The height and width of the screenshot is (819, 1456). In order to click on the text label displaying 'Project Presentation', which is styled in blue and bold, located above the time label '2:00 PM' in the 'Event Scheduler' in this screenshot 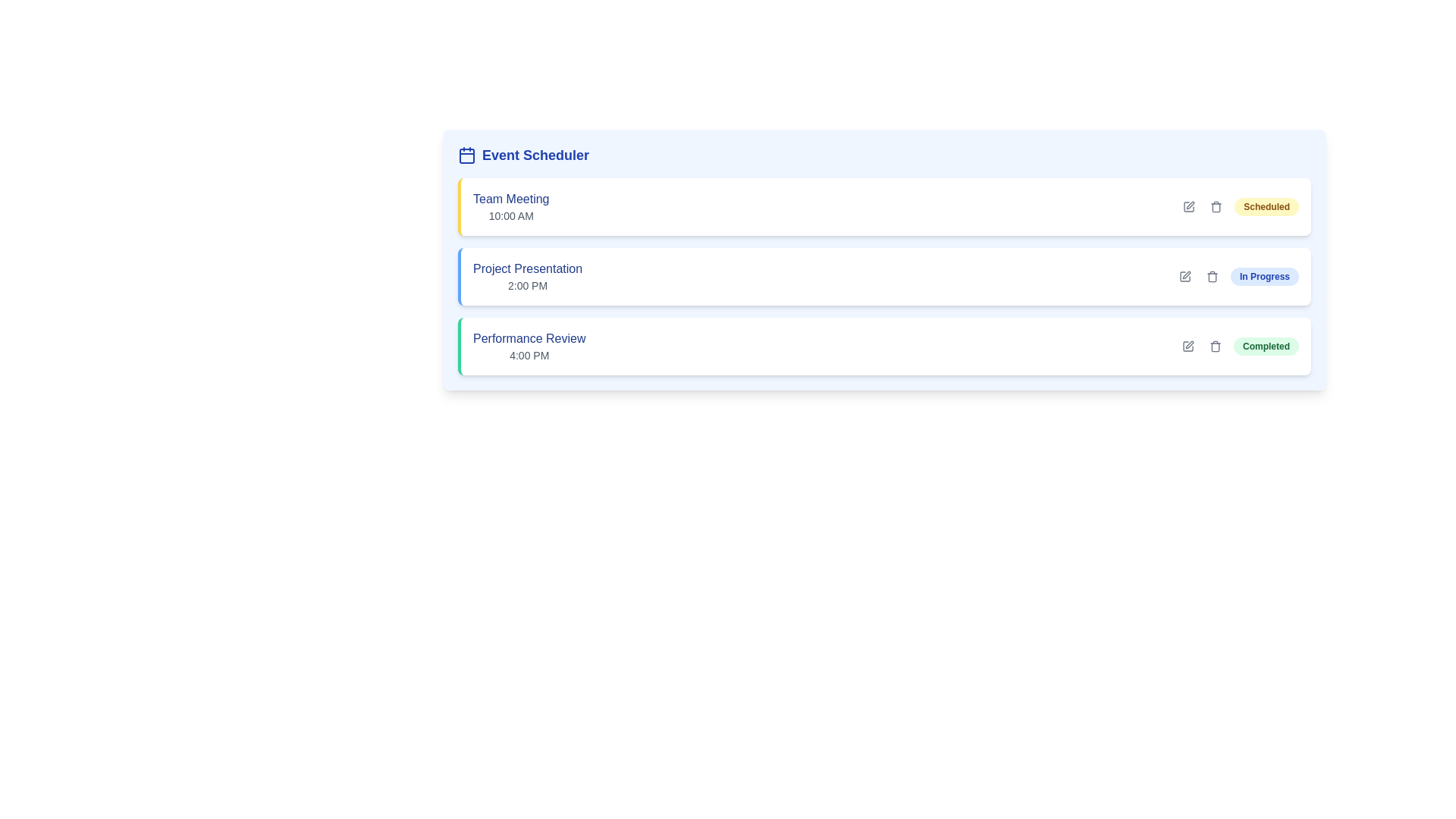, I will do `click(528, 268)`.